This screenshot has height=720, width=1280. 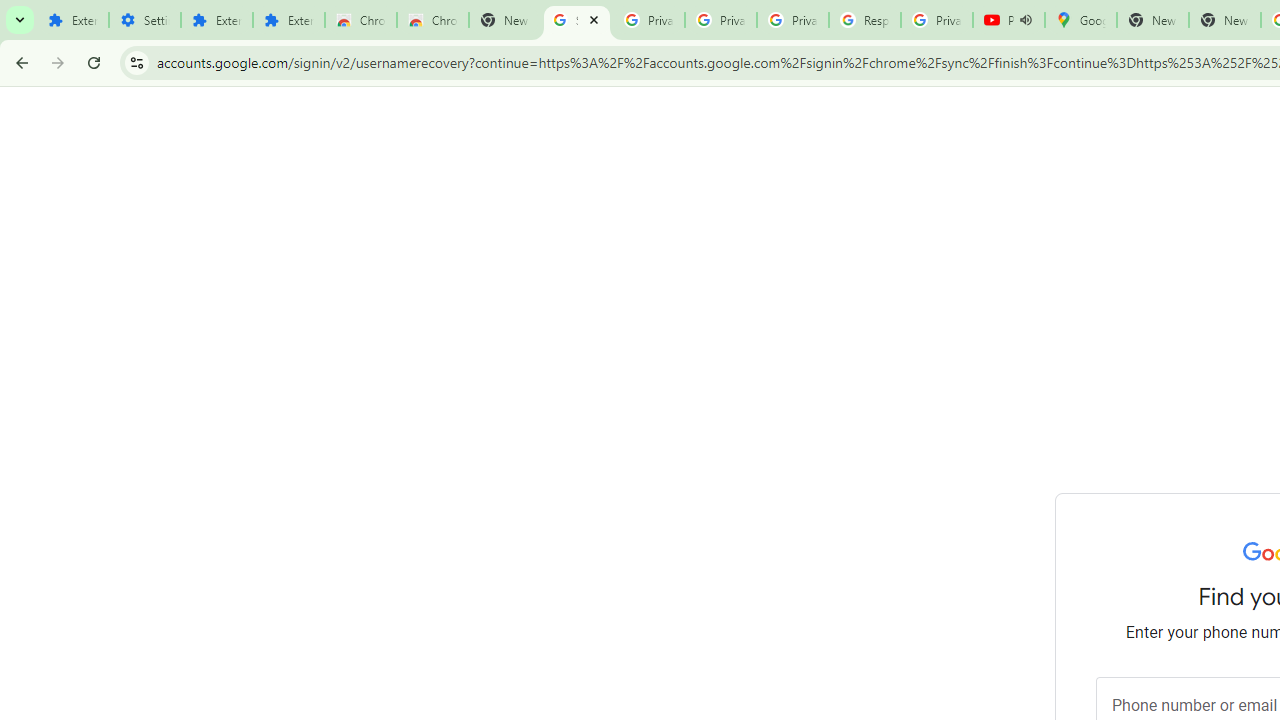 What do you see at coordinates (1025, 20) in the screenshot?
I see `'Mute tab'` at bounding box center [1025, 20].